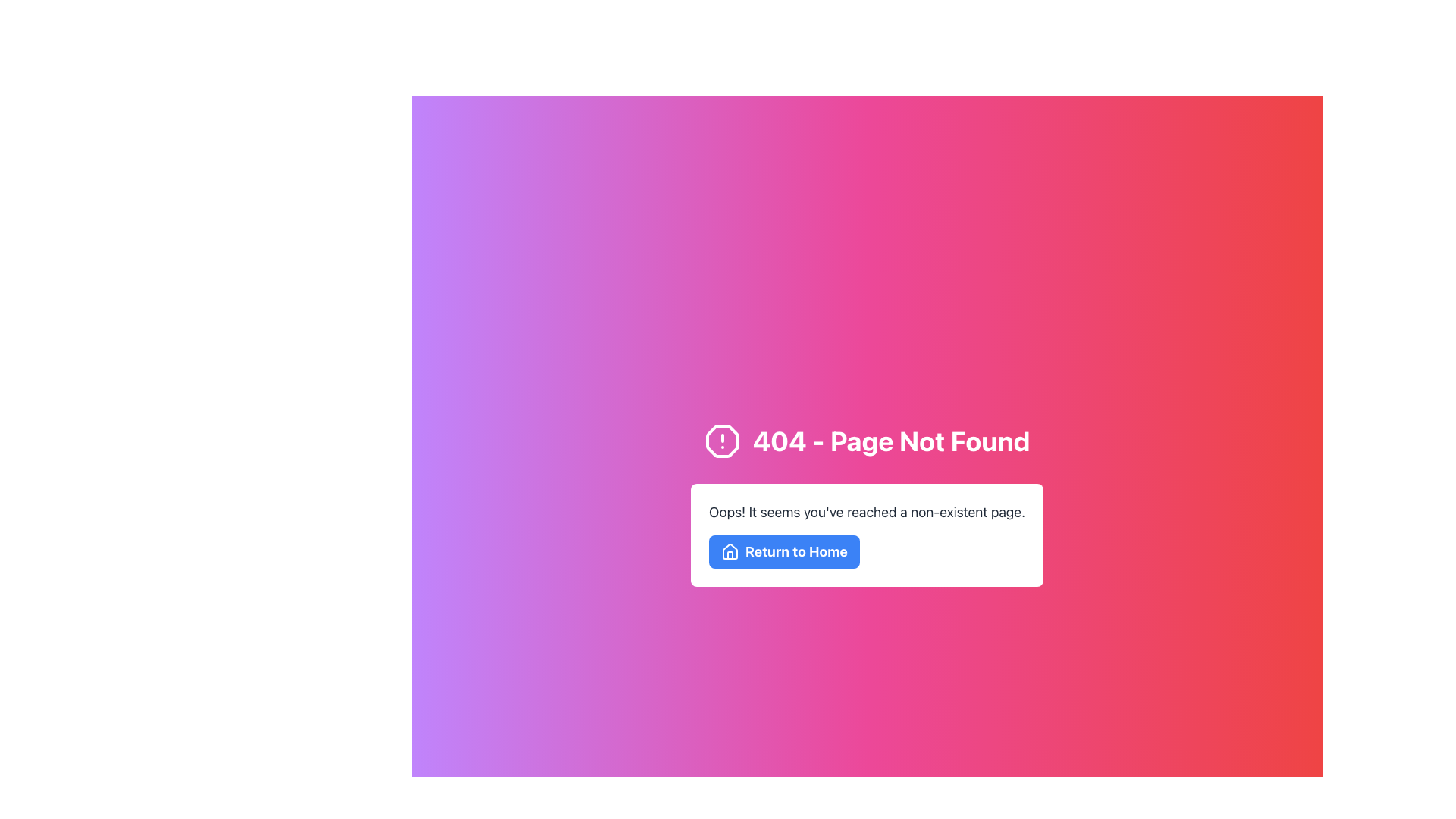 Image resolution: width=1456 pixels, height=819 pixels. I want to click on the house-shaped icon representing the 'home' concept, located to the left of the text 'Return to Home', so click(730, 551).